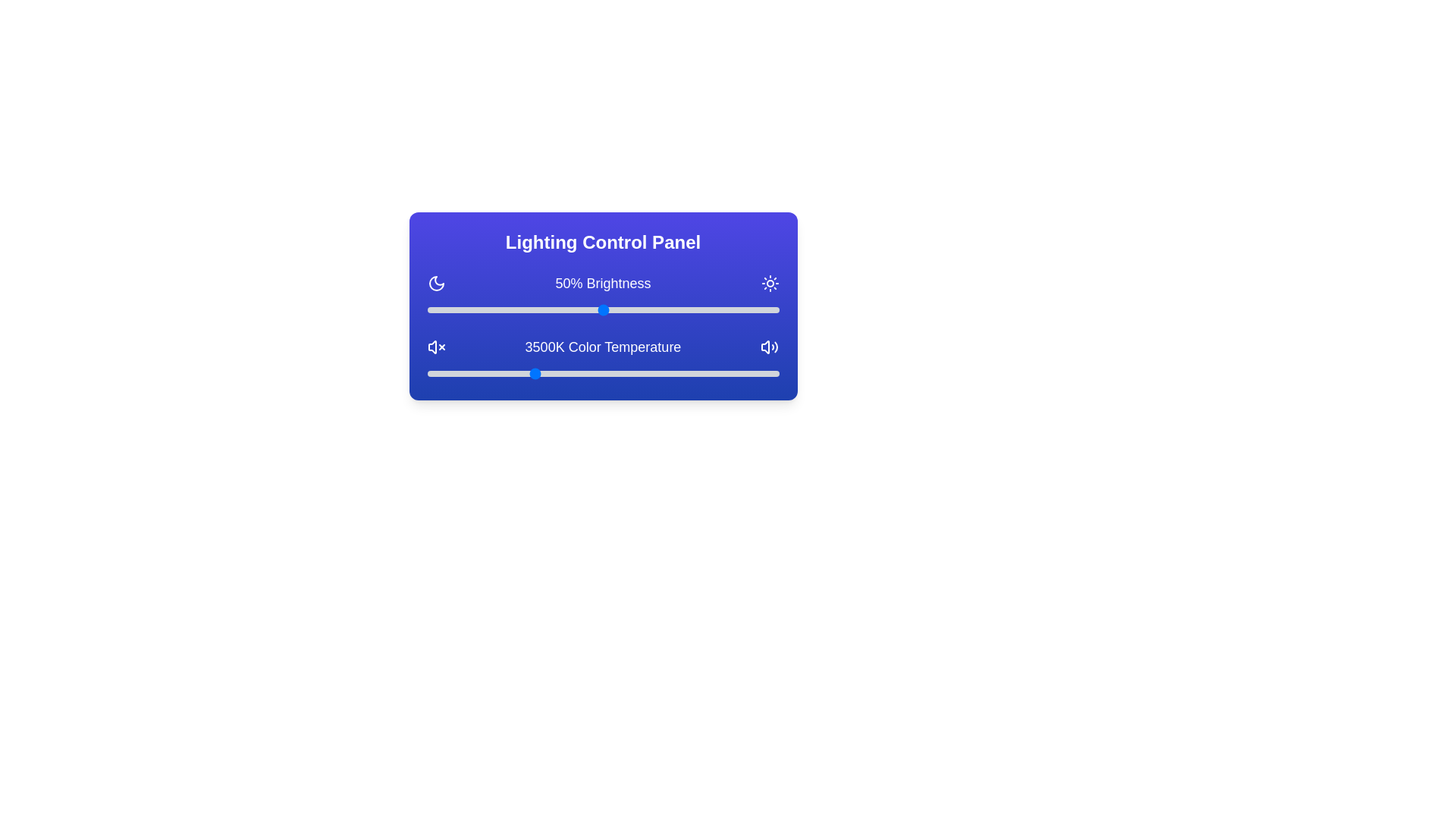 This screenshot has width=1456, height=819. What do you see at coordinates (508, 374) in the screenshot?
I see `the color temperature slider to 3151 K` at bounding box center [508, 374].